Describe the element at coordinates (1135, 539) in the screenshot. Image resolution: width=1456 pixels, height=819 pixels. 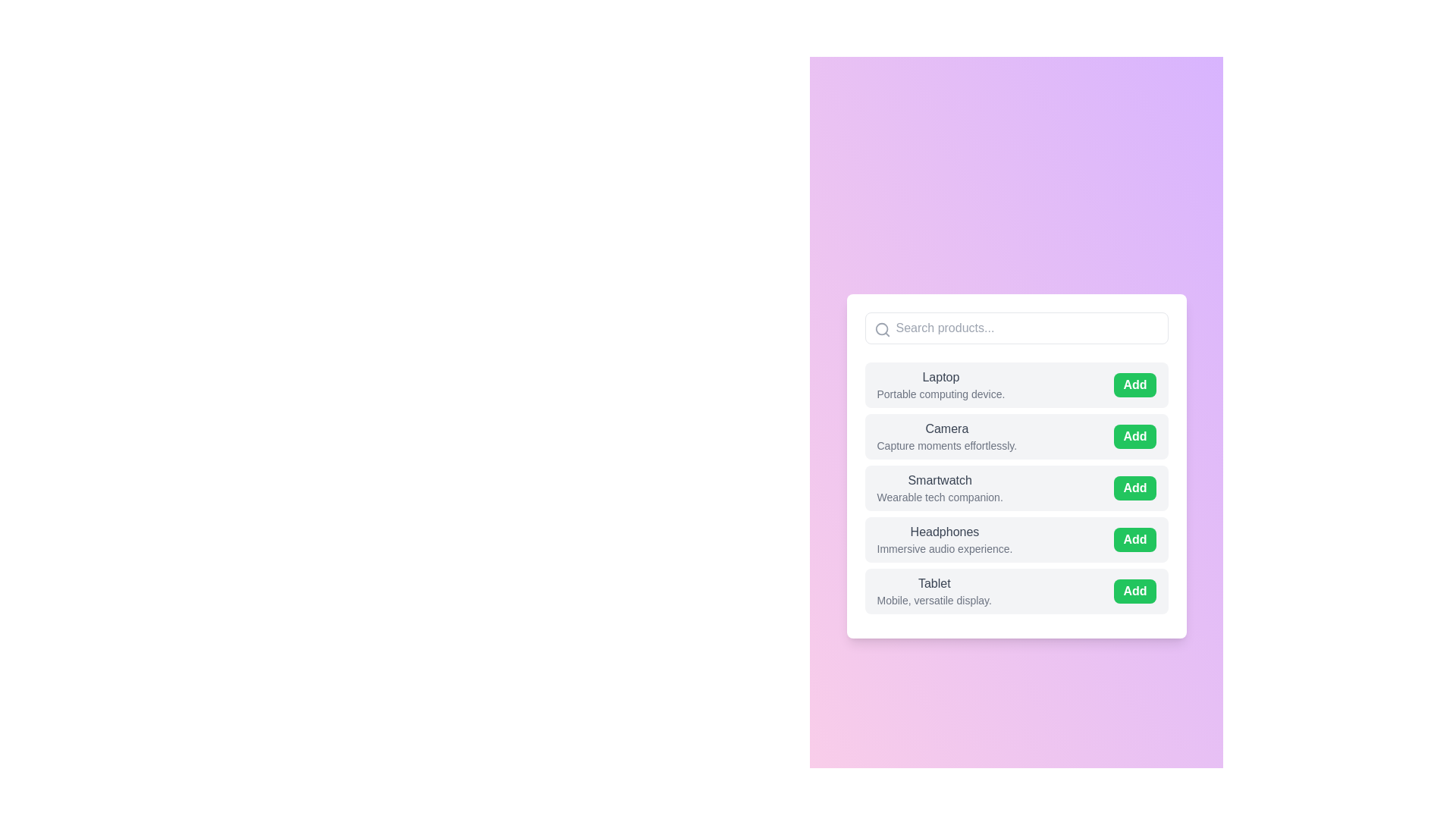
I see `the button located on the right side of the row containing 'Headphones' and 'Immersive audio experience'` at that location.